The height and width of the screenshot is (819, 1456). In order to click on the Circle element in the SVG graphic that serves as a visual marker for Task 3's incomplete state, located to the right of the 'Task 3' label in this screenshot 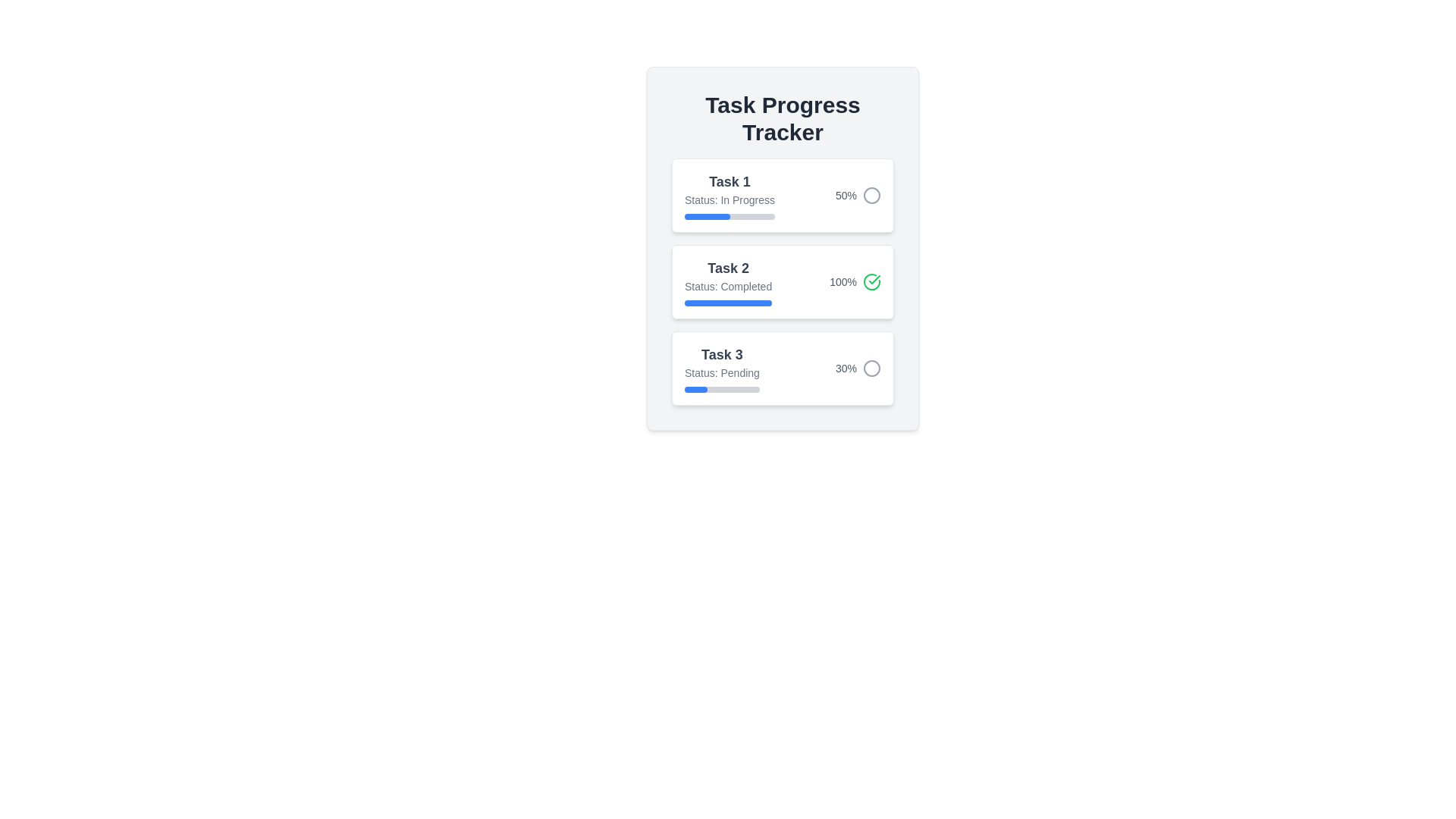, I will do `click(872, 369)`.